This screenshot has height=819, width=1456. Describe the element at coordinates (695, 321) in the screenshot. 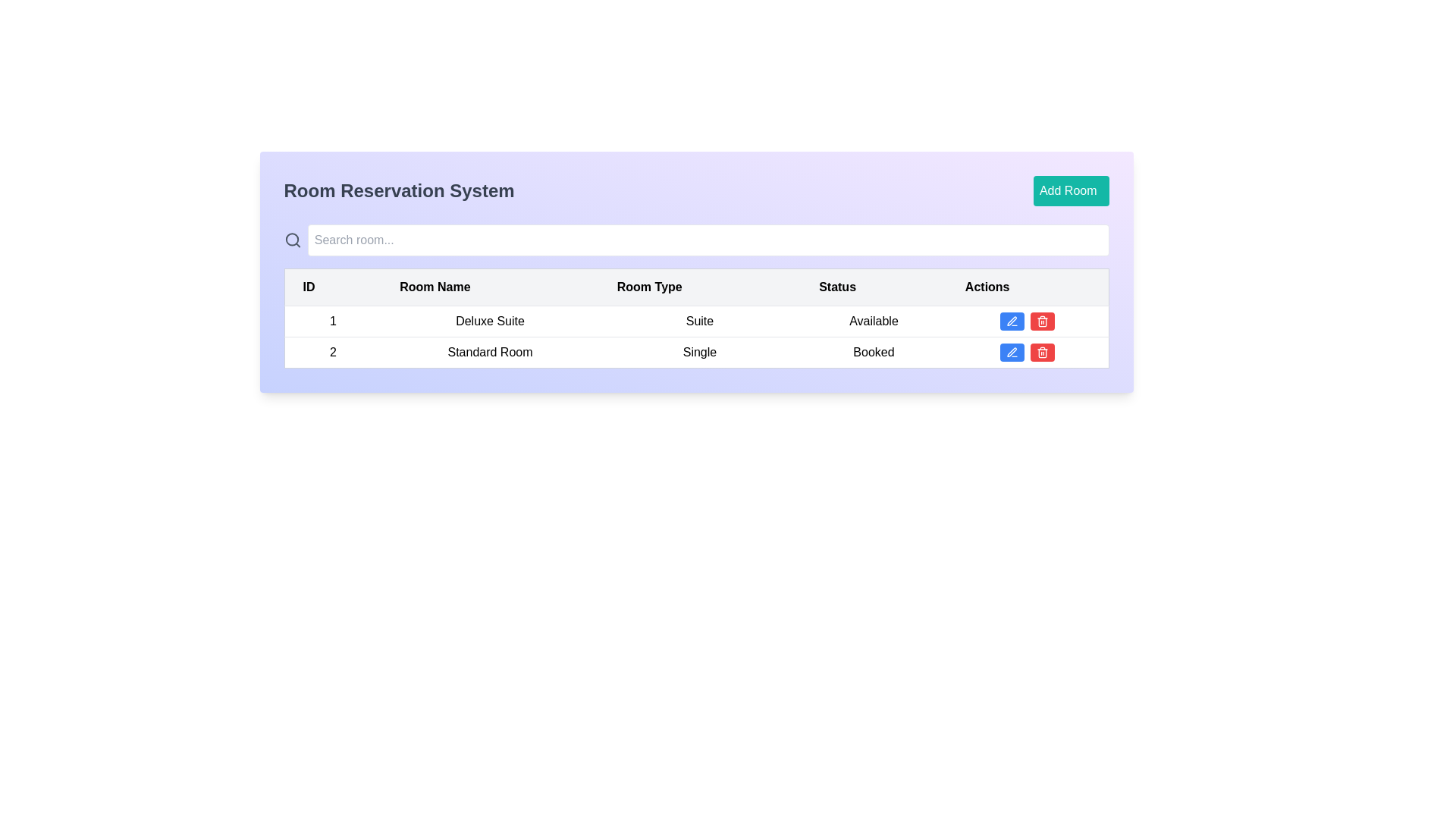

I see `the first row in the table displaying room information such as '1', 'Deluxe Suite', 'Suite', and 'Available' for details` at that location.